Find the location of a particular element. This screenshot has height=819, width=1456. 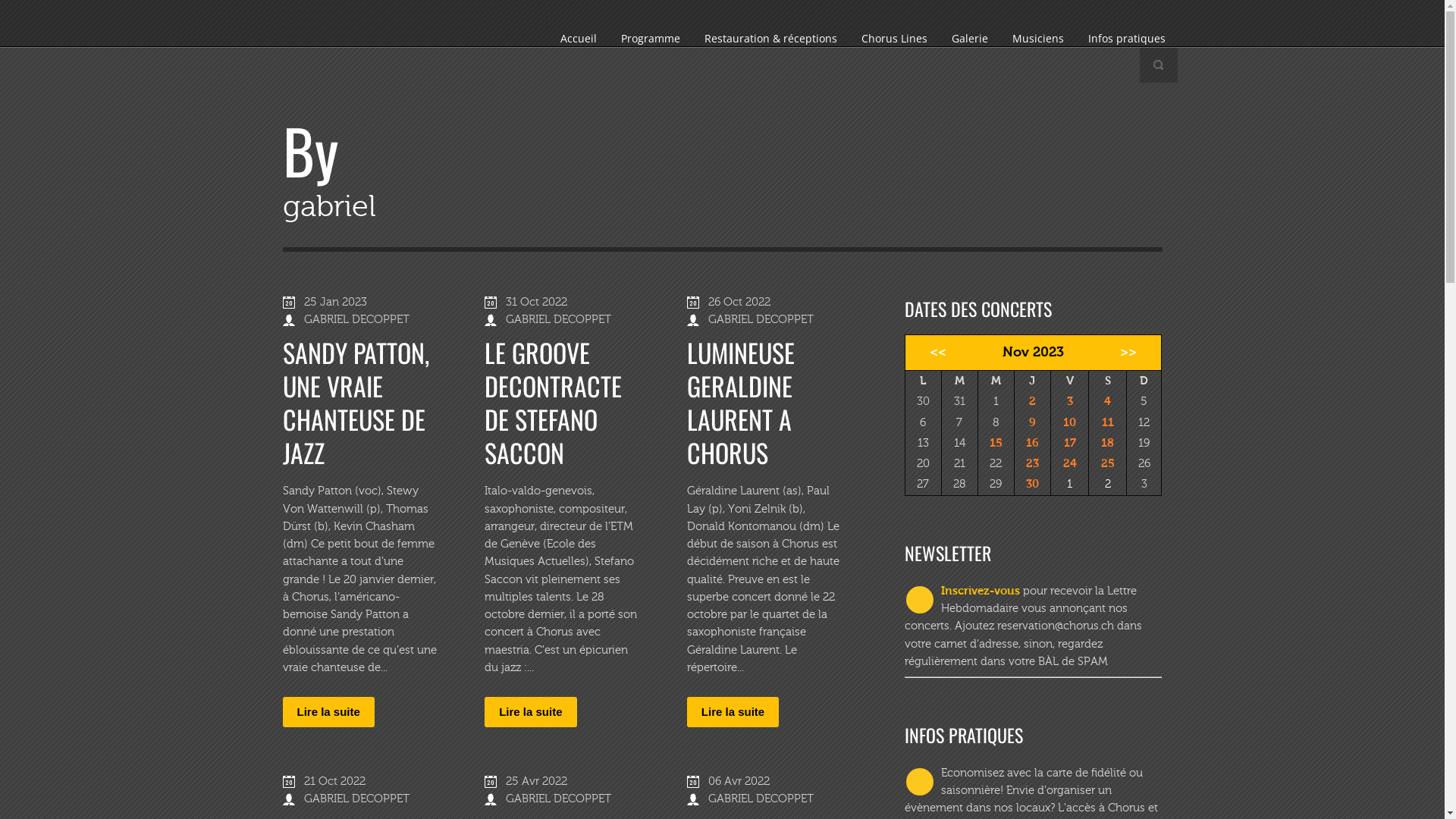

'Musiciens' is located at coordinates (1037, 37).